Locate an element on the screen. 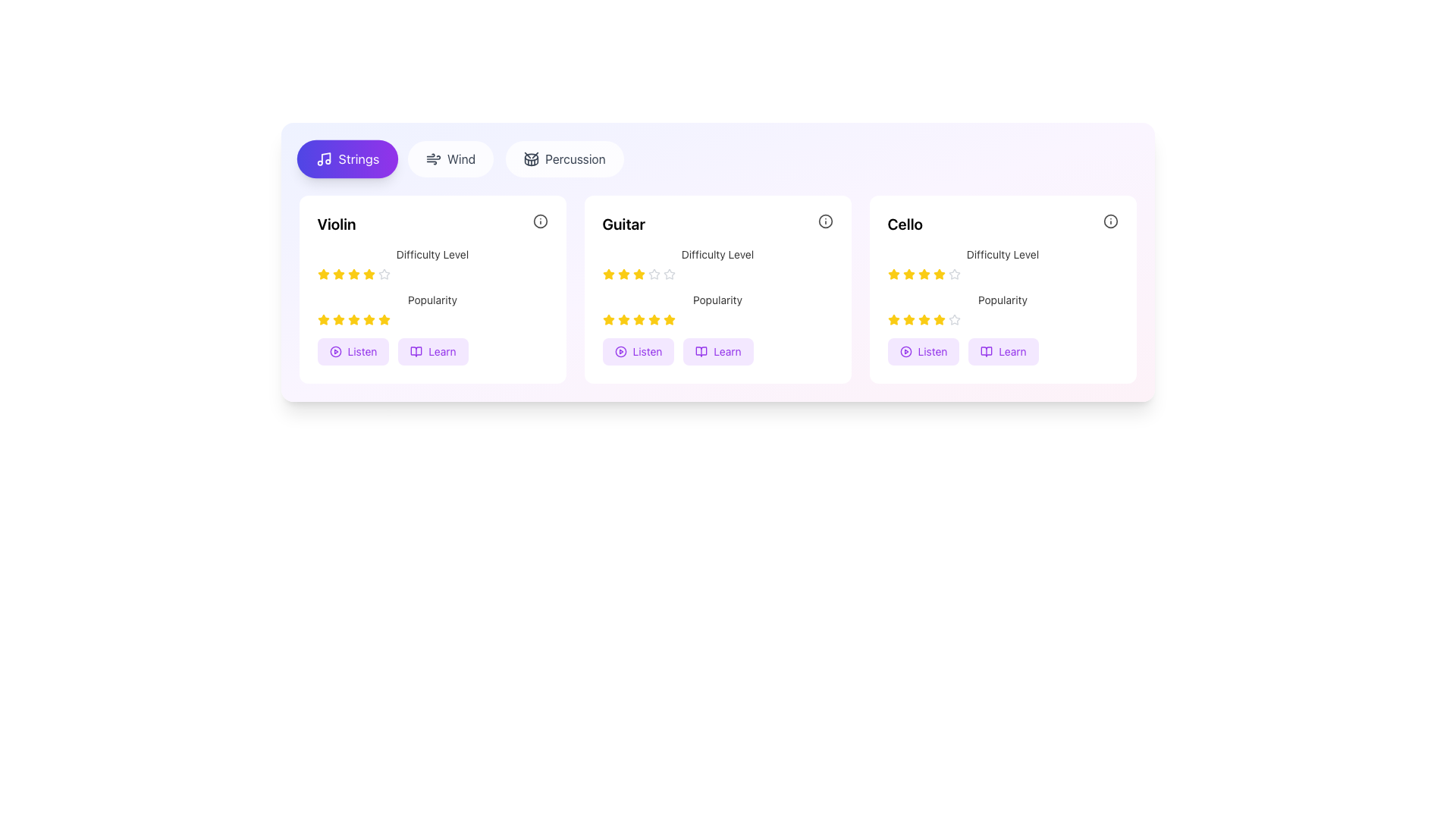 The height and width of the screenshot is (819, 1456). the label of the Rating widget indicating the difficulty level of 'Cello' is located at coordinates (1003, 262).